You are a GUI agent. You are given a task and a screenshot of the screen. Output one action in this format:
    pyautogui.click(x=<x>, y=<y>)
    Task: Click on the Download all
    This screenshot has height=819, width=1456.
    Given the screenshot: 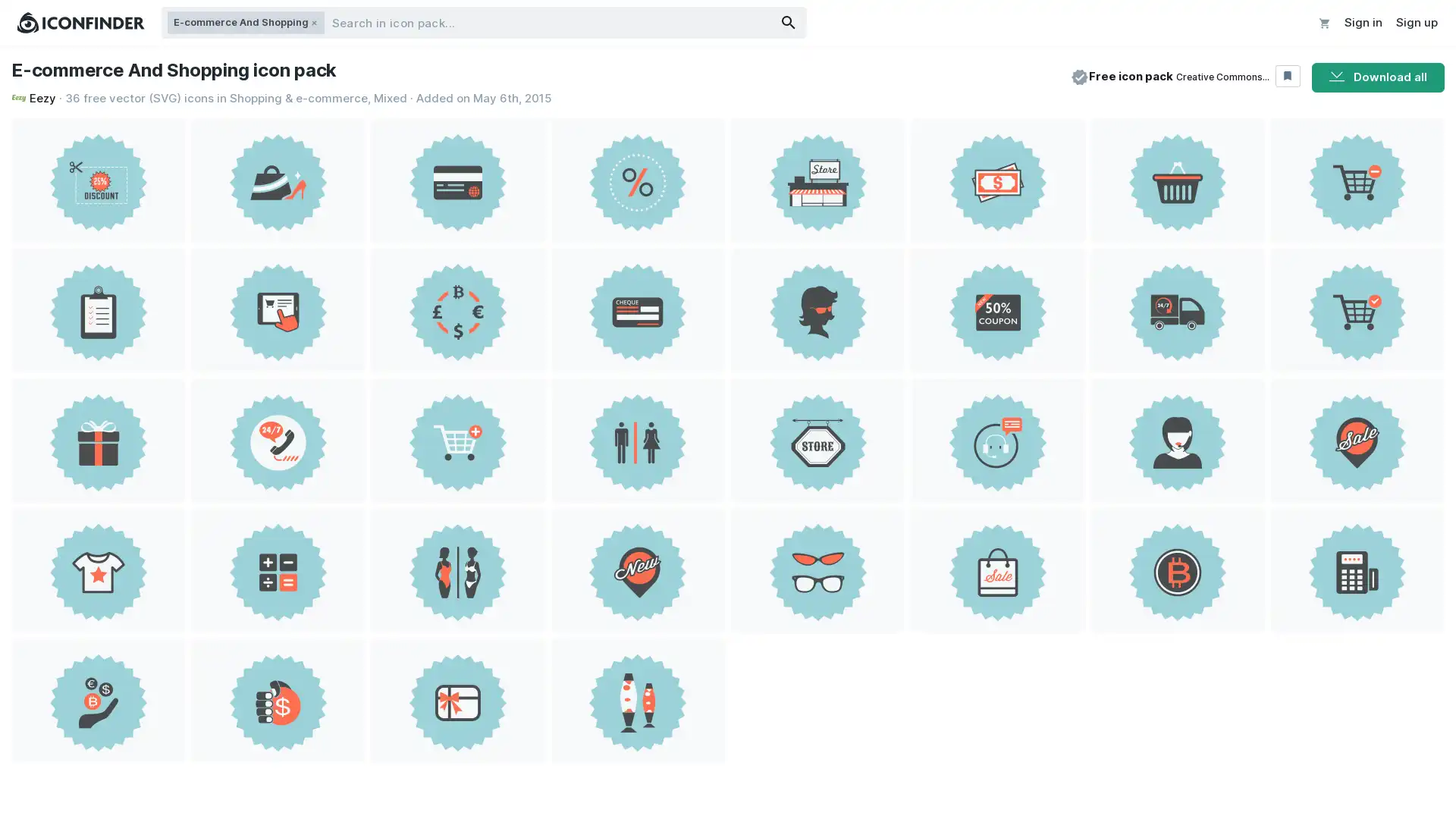 What is the action you would take?
    pyautogui.click(x=1378, y=77)
    